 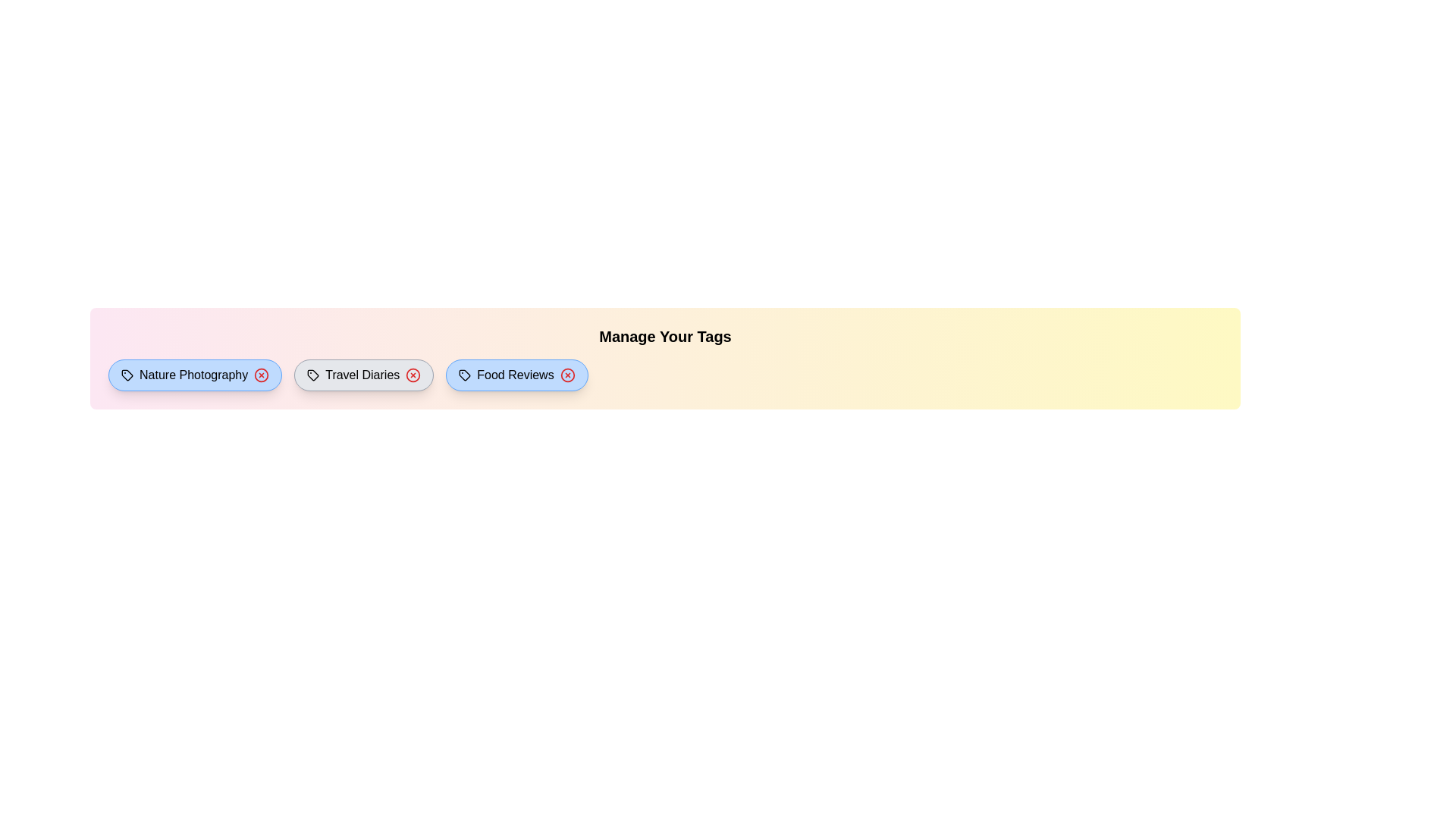 What do you see at coordinates (262, 375) in the screenshot?
I see `the tag labeled Nature Photography by clicking its close button` at bounding box center [262, 375].